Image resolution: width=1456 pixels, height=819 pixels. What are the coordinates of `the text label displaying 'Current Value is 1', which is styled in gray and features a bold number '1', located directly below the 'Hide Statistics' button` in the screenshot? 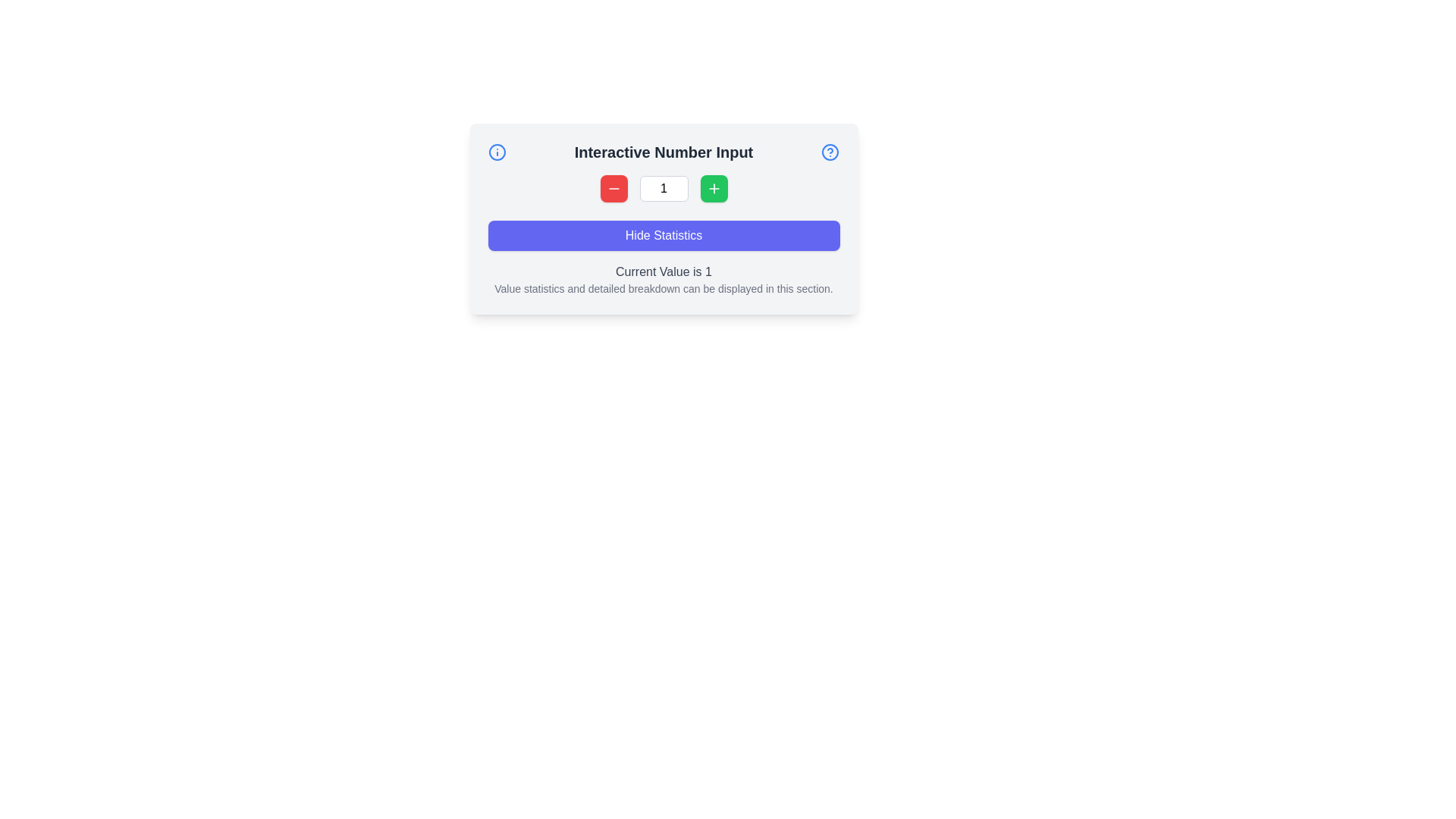 It's located at (664, 271).